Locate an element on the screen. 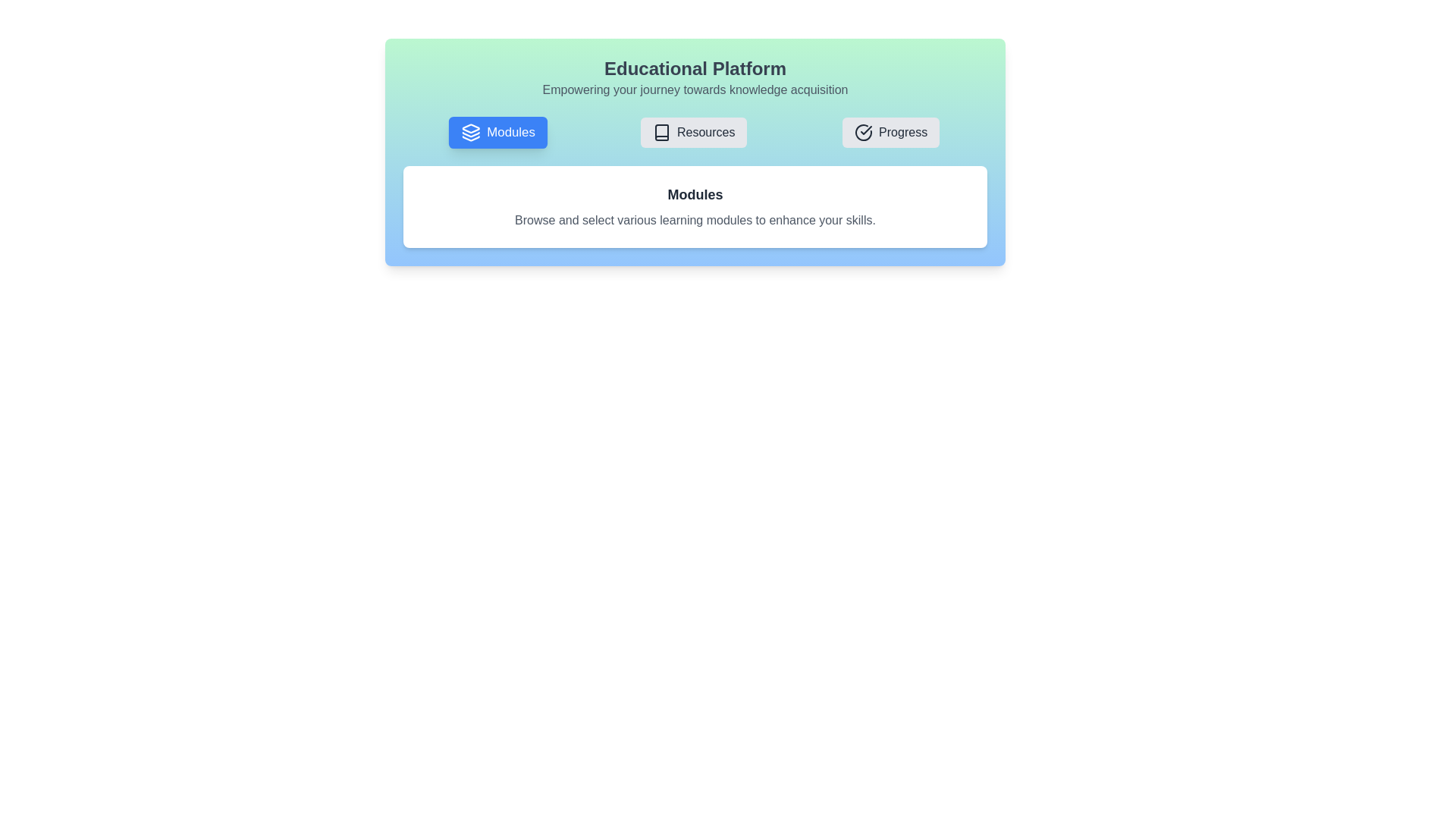 The height and width of the screenshot is (819, 1456). the tab button labeled Progress is located at coordinates (891, 131).